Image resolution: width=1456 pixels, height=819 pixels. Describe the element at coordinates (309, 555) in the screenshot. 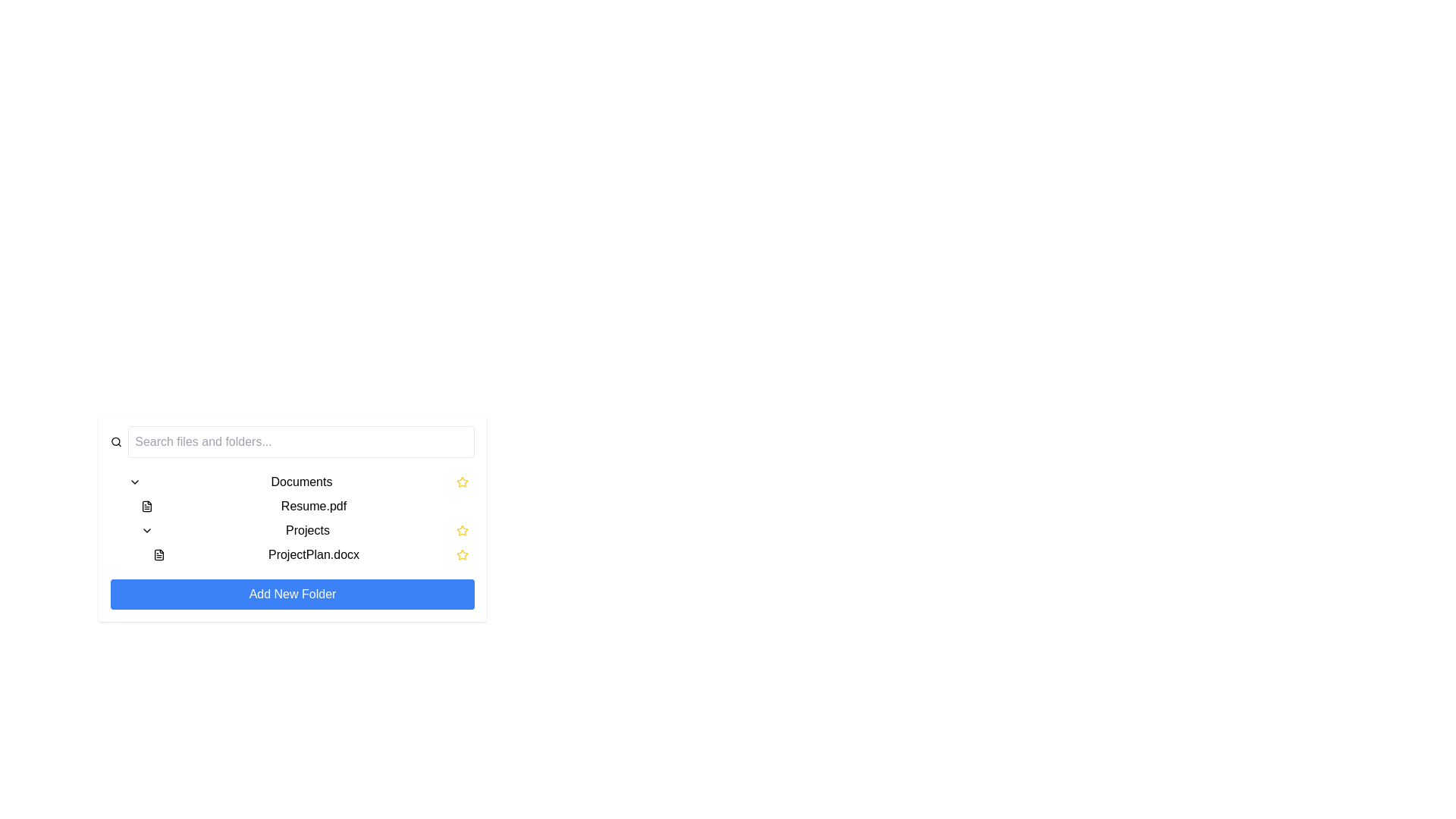

I see `the list item displaying the file 'ProjectPlan.docx'` at that location.